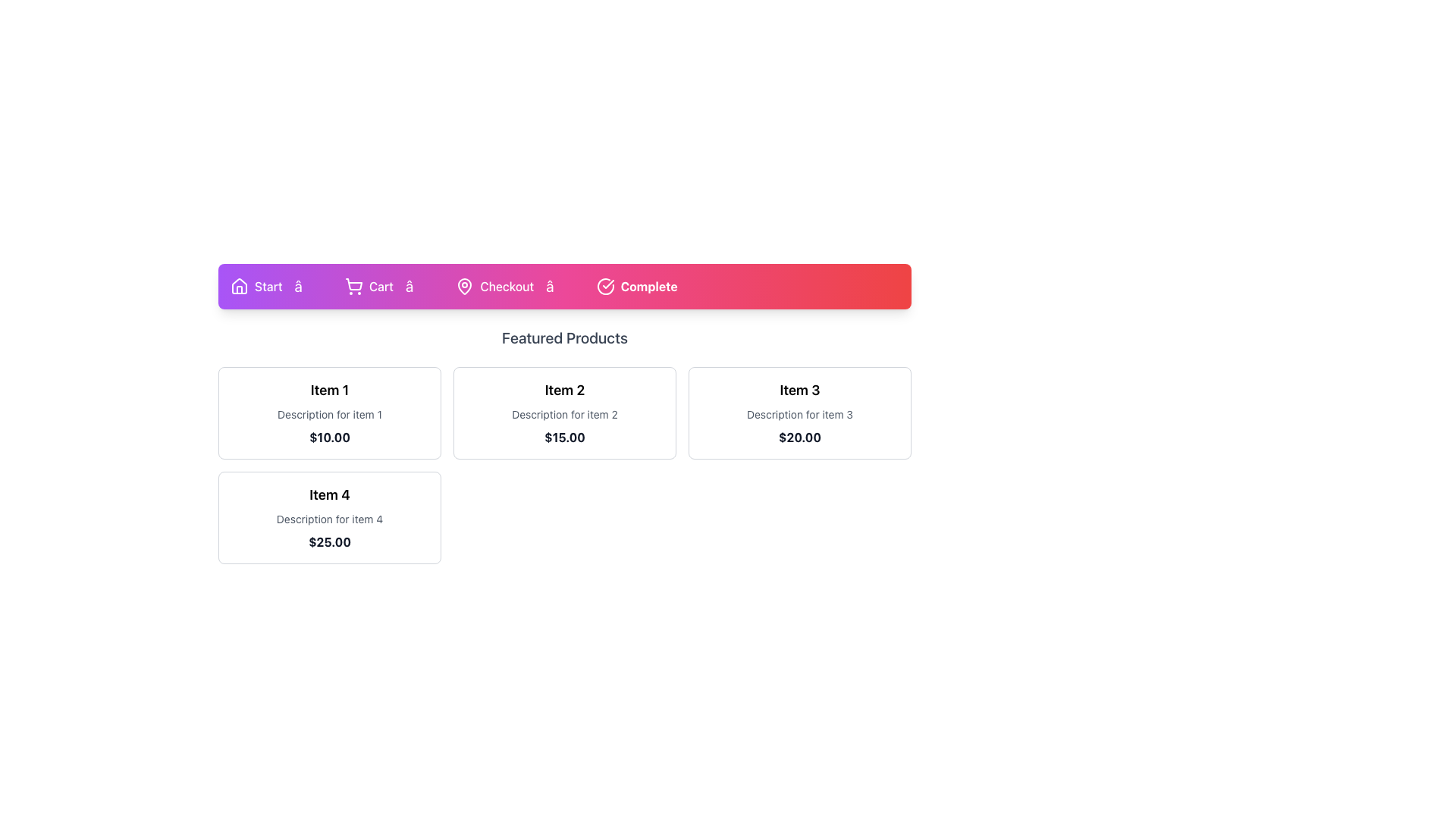 The image size is (1456, 819). What do you see at coordinates (239, 286) in the screenshot?
I see `the house icon located in the top-left corner of the navigation bar, which features a sharp outline and minimalistic design` at bounding box center [239, 286].